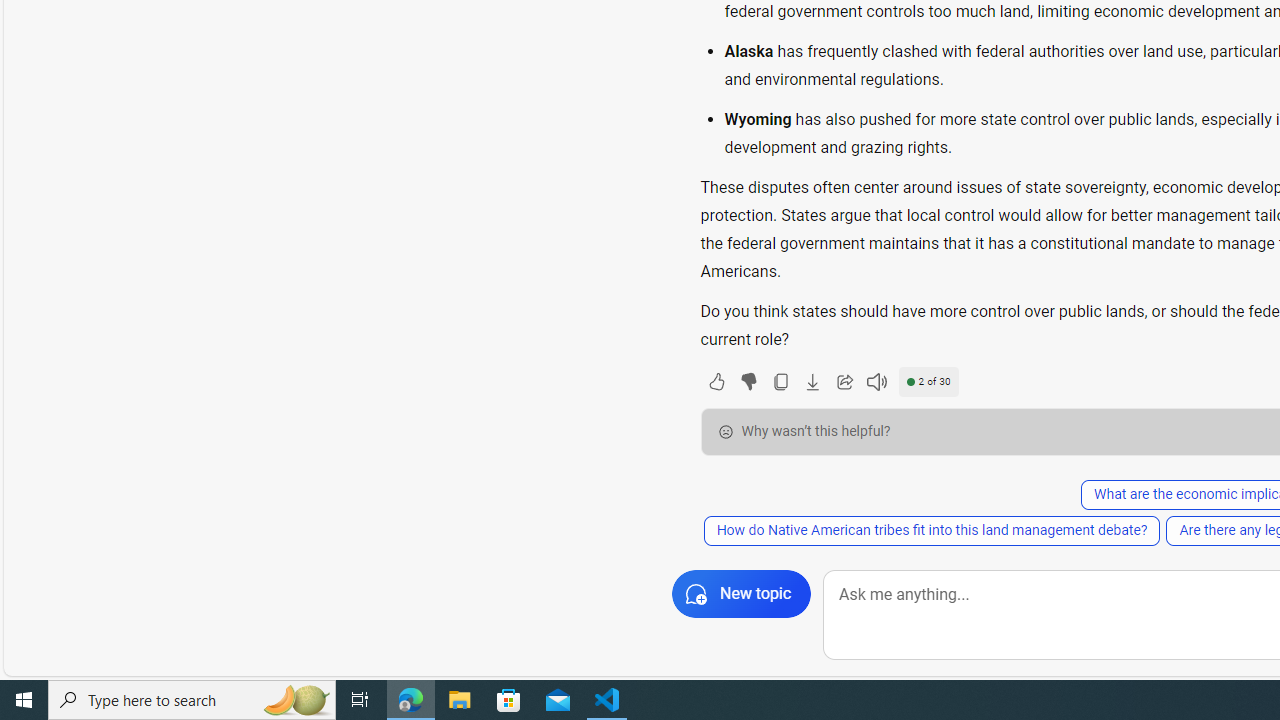 This screenshot has width=1280, height=720. I want to click on 'New topic', so click(740, 593).